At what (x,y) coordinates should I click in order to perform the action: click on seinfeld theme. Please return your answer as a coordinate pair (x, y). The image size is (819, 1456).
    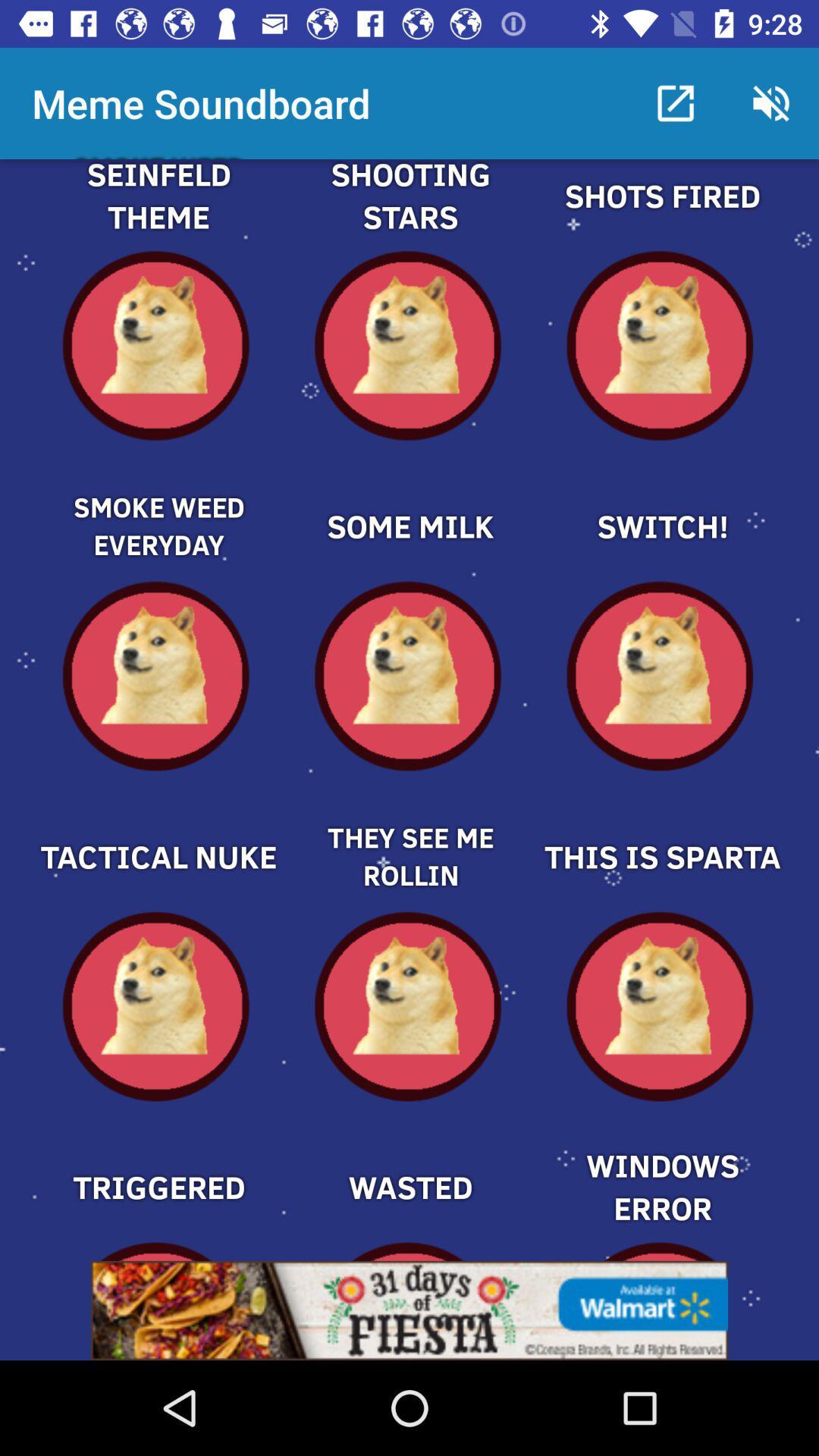
    Looking at the image, I should click on (157, 213).